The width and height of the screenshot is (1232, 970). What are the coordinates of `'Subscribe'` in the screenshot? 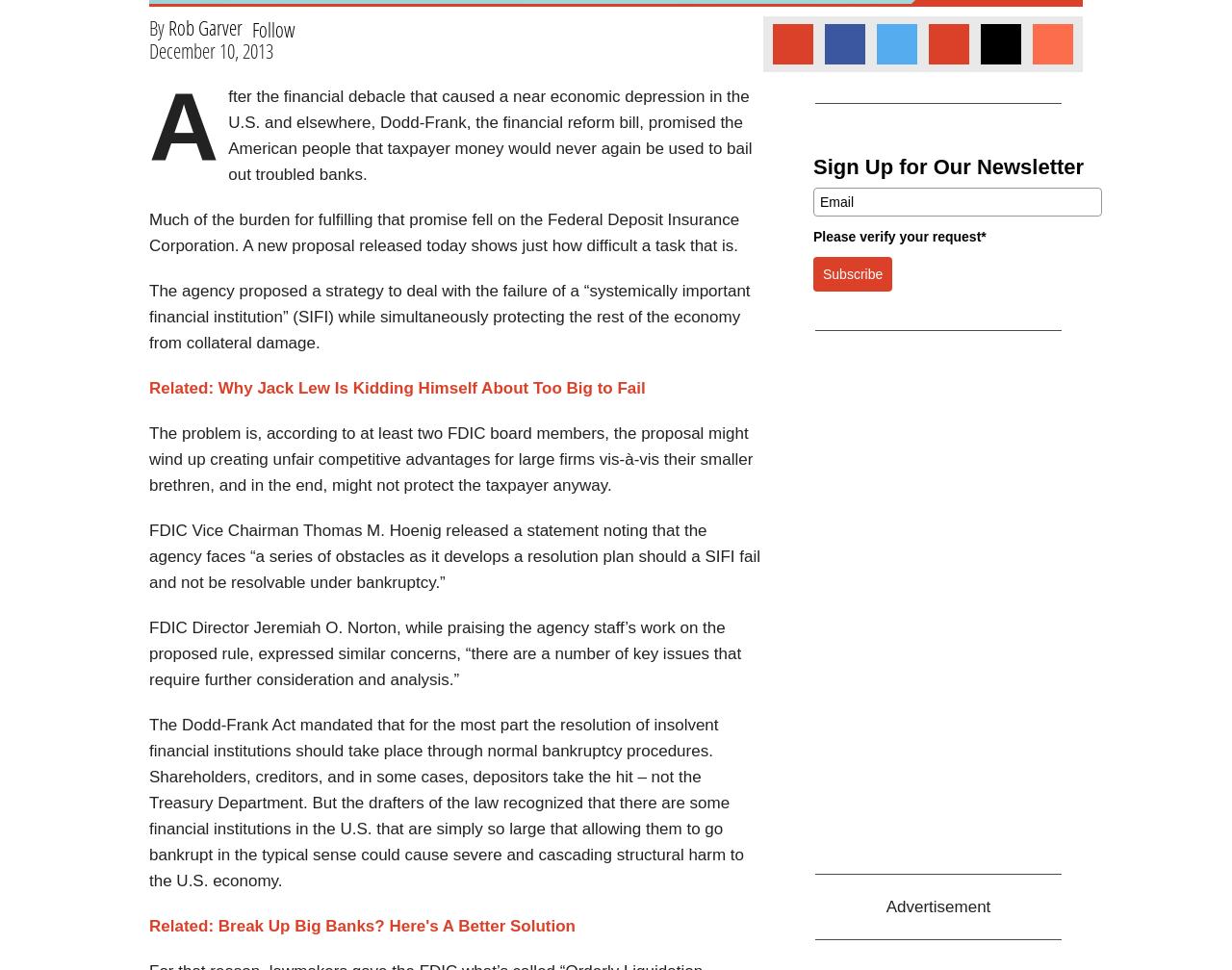 It's located at (823, 273).